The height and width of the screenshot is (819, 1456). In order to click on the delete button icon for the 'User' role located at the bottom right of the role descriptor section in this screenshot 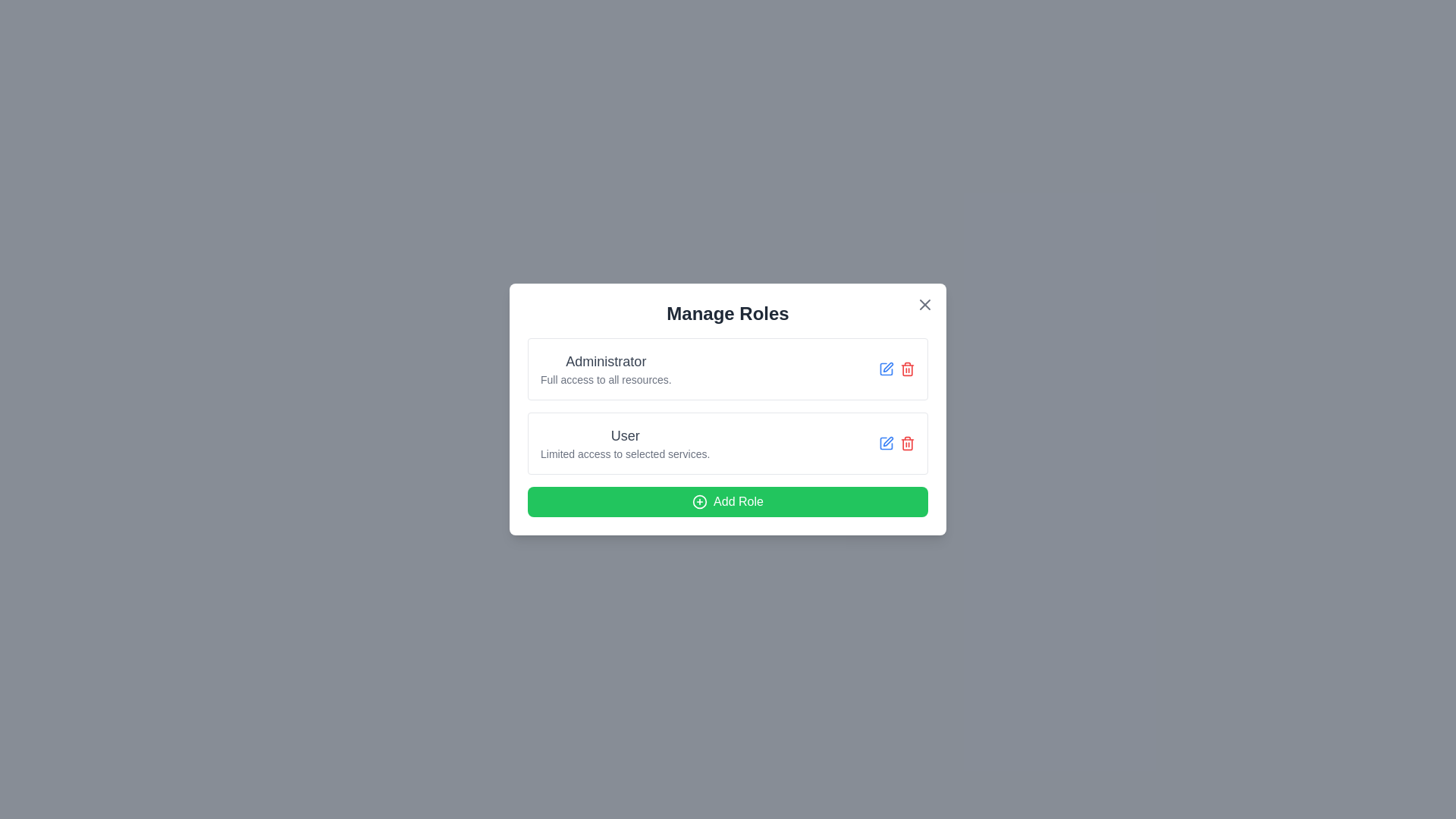, I will do `click(907, 444)`.